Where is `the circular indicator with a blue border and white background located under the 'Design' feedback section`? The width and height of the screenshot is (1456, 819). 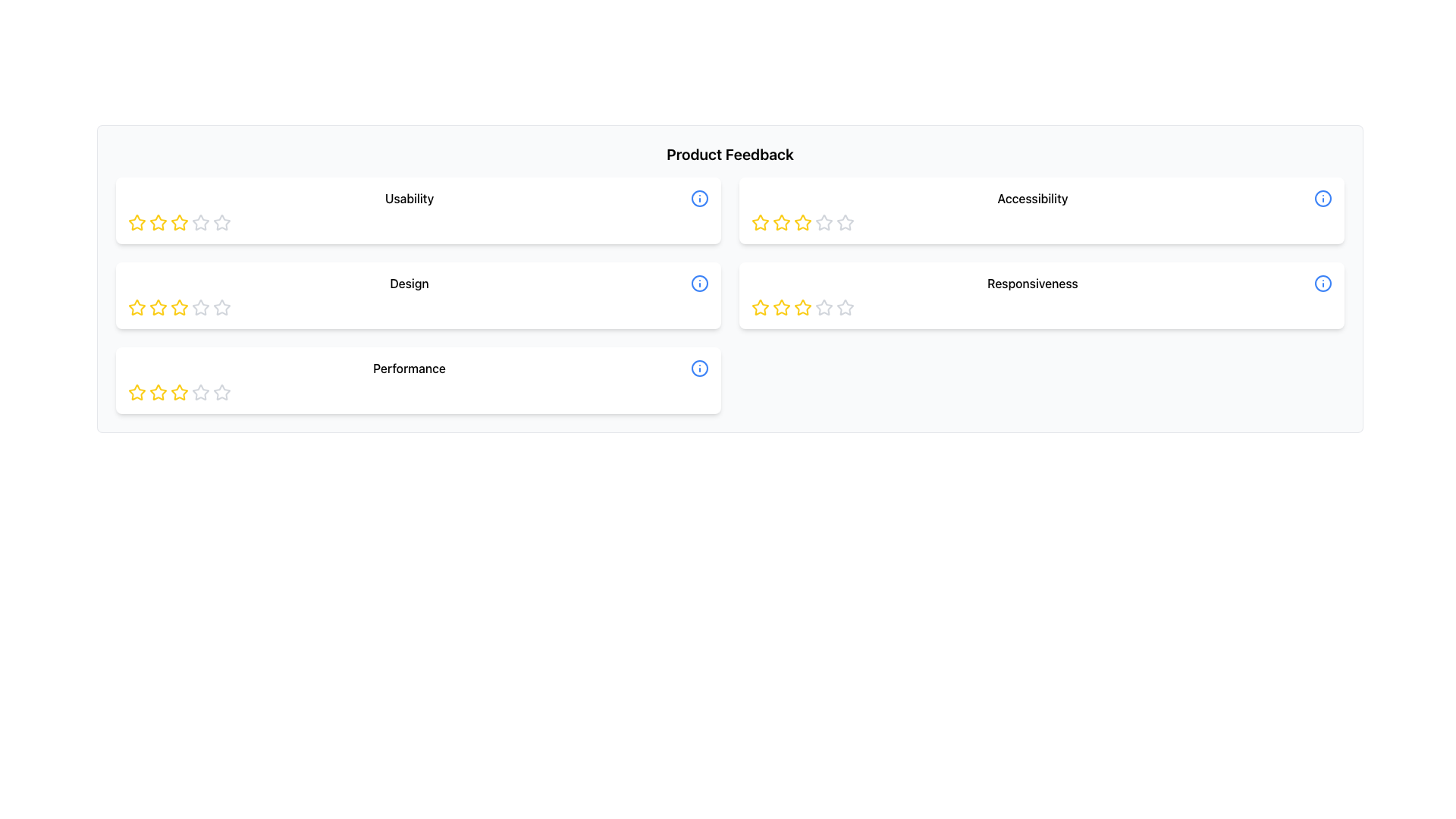
the circular indicator with a blue border and white background located under the 'Design' feedback section is located at coordinates (698, 284).